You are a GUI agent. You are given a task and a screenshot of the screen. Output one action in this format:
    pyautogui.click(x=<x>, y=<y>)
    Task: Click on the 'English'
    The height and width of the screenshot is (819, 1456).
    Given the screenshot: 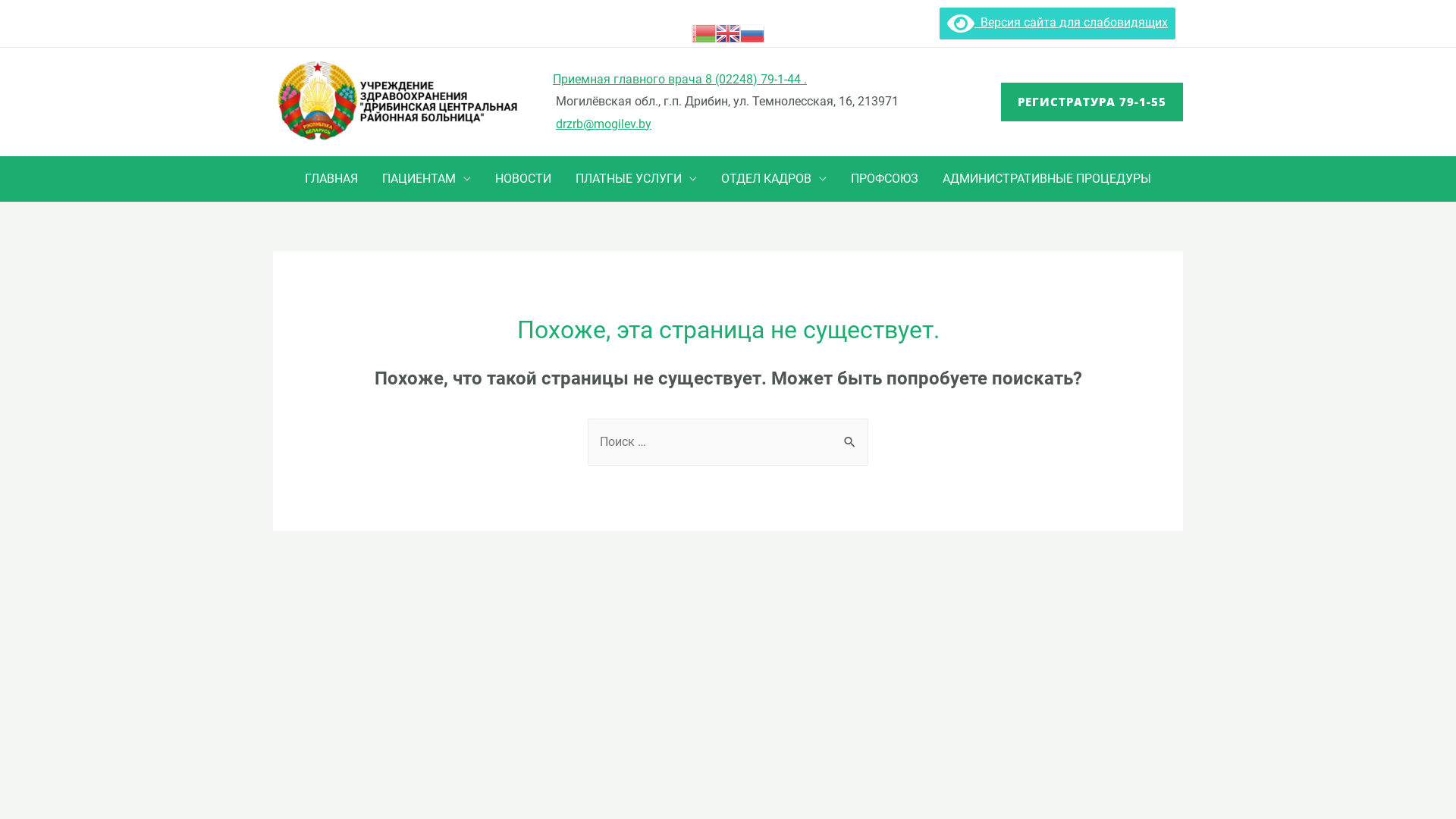 What is the action you would take?
    pyautogui.click(x=728, y=32)
    